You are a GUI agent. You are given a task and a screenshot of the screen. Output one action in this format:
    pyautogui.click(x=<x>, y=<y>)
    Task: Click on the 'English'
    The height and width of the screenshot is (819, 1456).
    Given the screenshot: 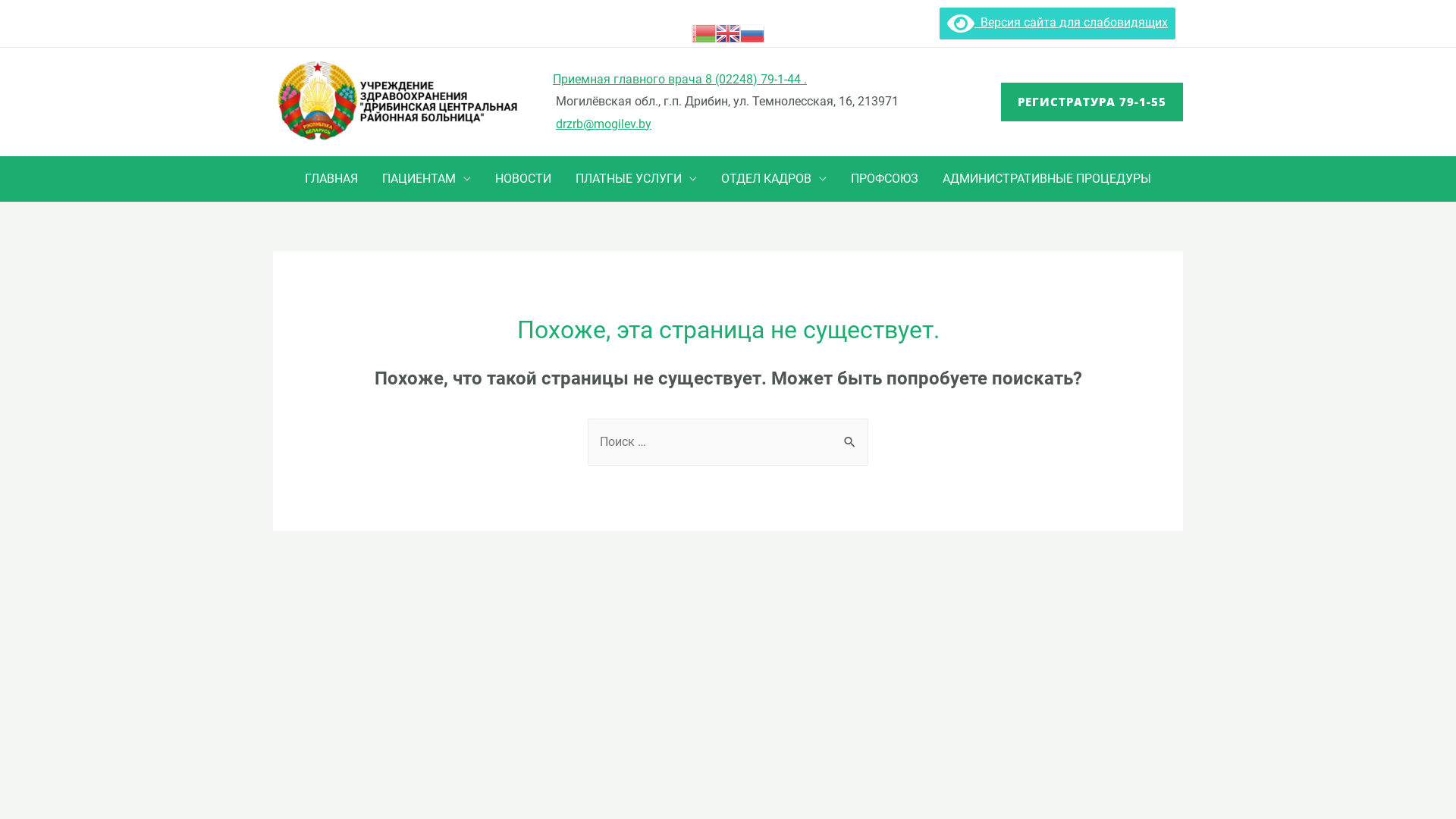 What is the action you would take?
    pyautogui.click(x=728, y=32)
    